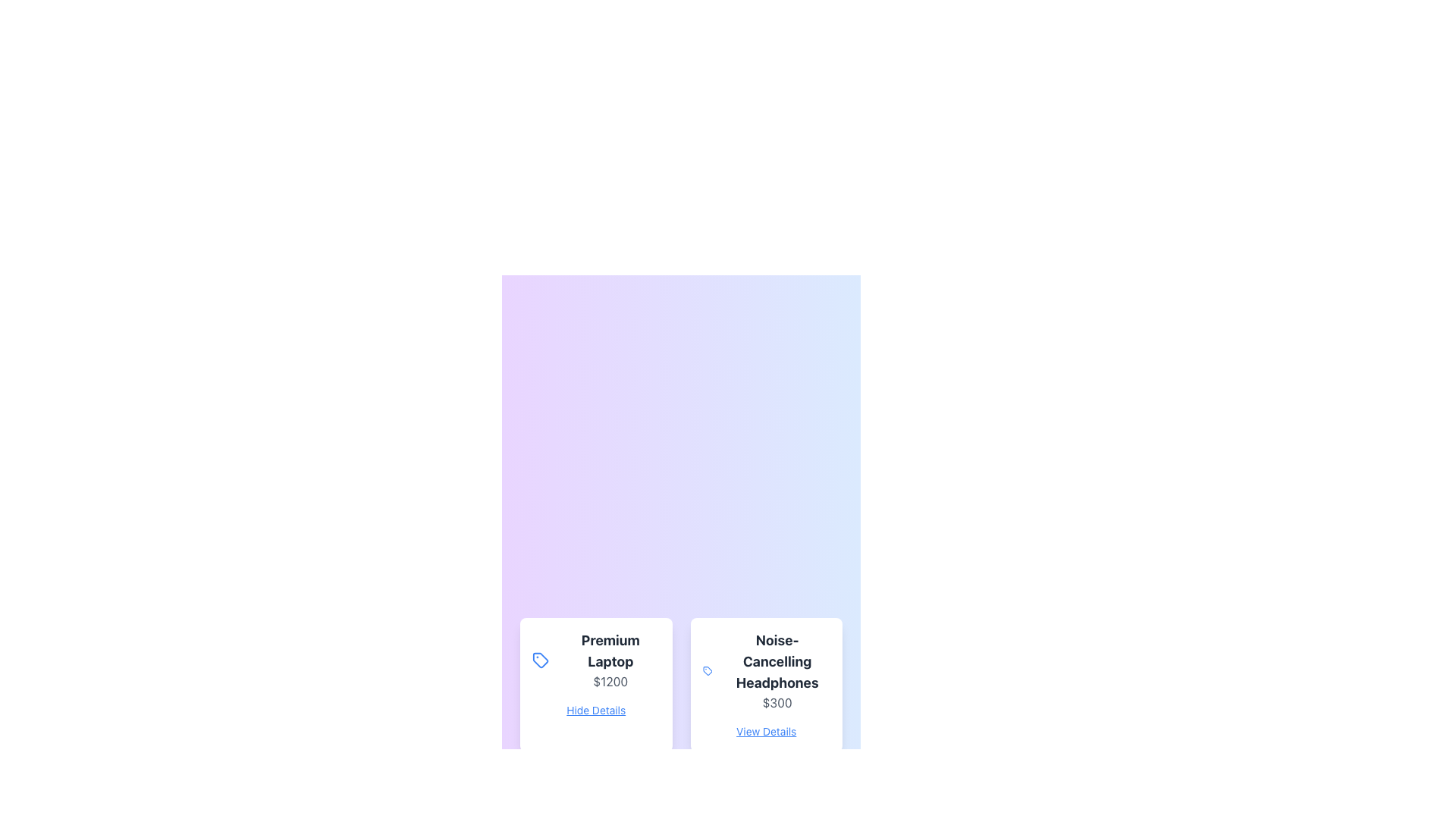 The height and width of the screenshot is (819, 1456). What do you see at coordinates (541, 659) in the screenshot?
I see `the blue outlined tag icon located in the left column above the label 'Premium Laptop $1200'` at bounding box center [541, 659].